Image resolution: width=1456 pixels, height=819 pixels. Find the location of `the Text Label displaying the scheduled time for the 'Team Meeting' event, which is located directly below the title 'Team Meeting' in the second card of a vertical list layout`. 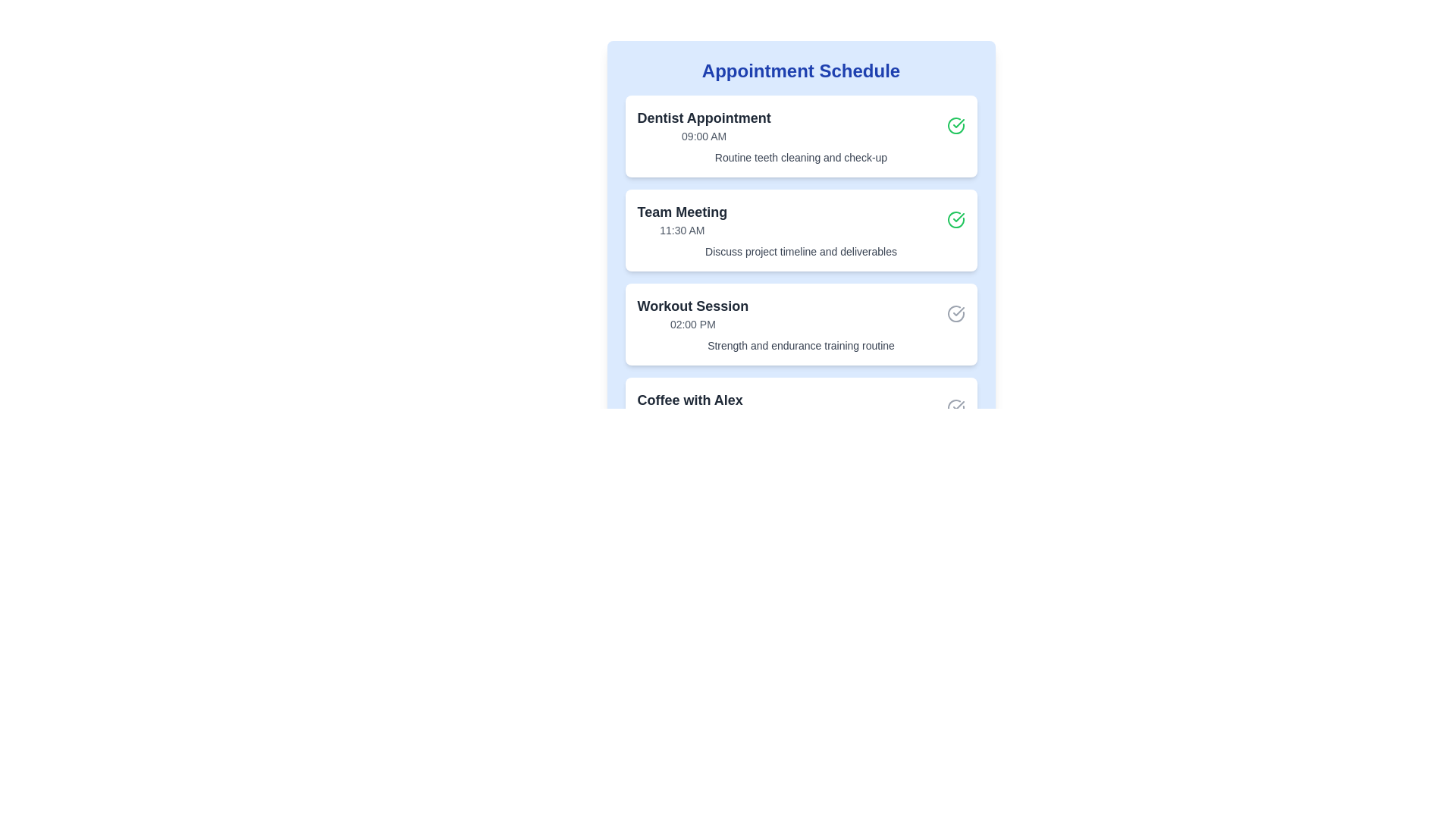

the Text Label displaying the scheduled time for the 'Team Meeting' event, which is located directly below the title 'Team Meeting' in the second card of a vertical list layout is located at coordinates (681, 231).